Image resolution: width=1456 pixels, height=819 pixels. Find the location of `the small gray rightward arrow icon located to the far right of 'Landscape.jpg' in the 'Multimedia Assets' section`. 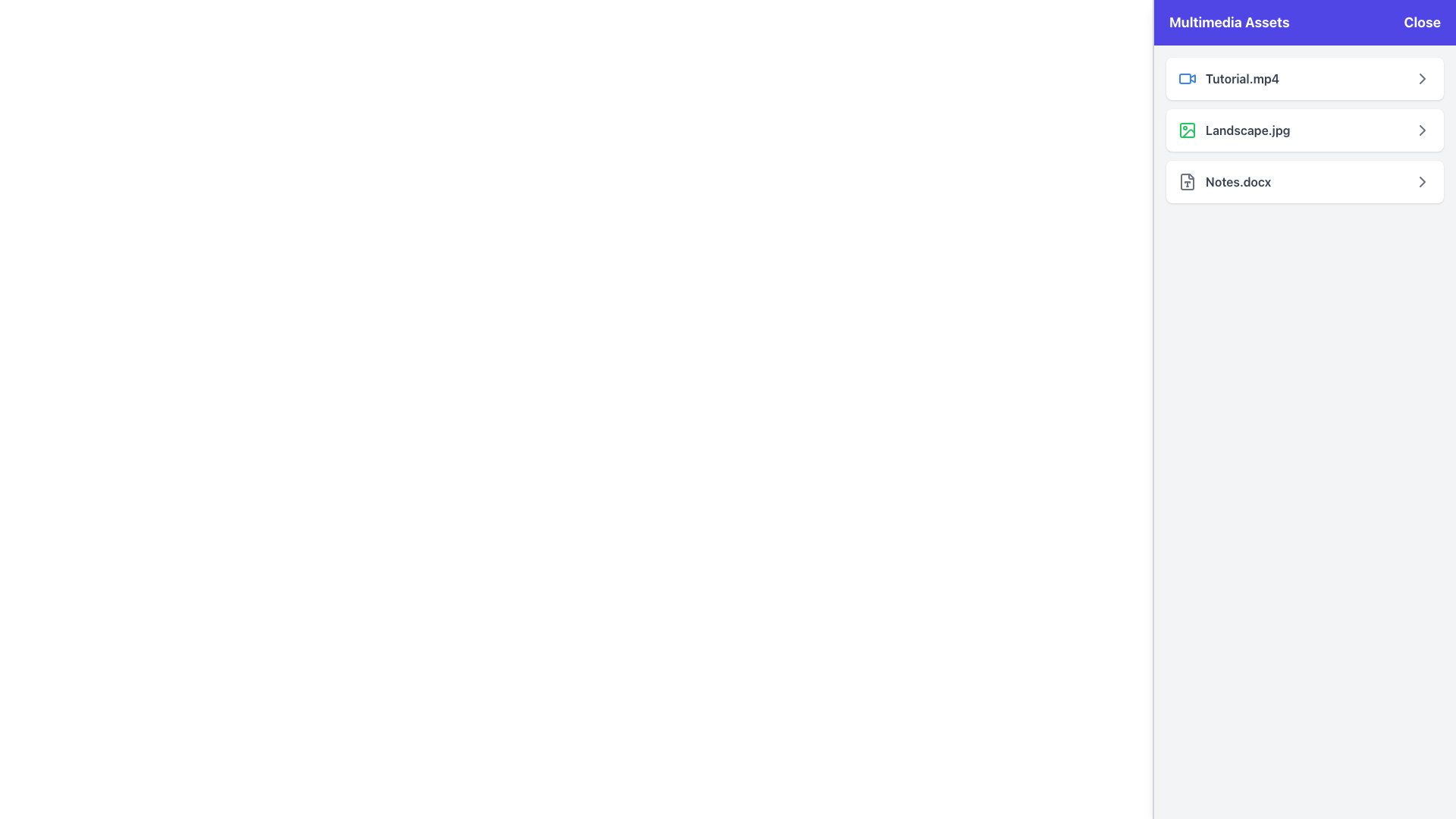

the small gray rightward arrow icon located to the far right of 'Landscape.jpg' in the 'Multimedia Assets' section is located at coordinates (1422, 130).